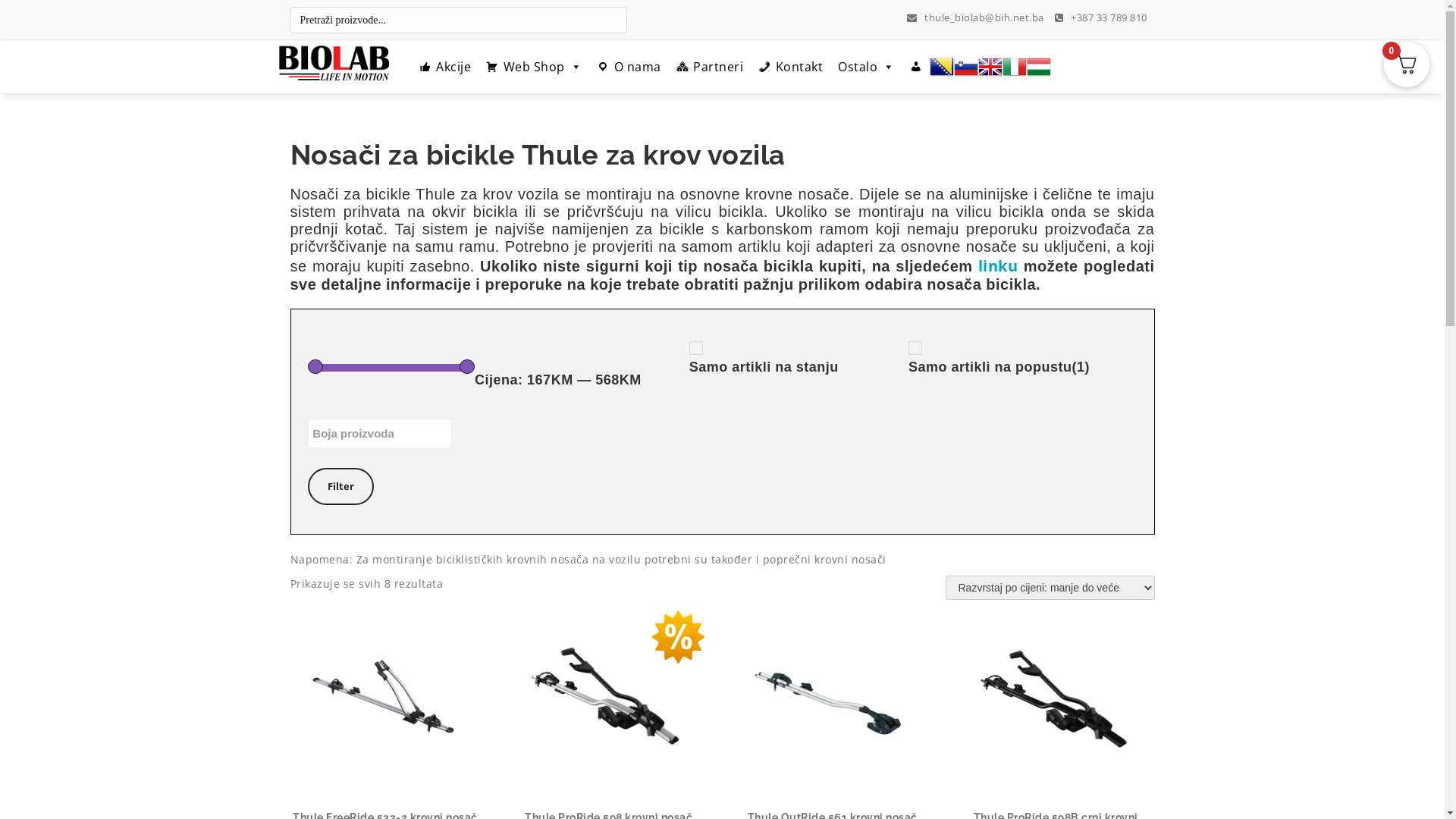  Describe the element at coordinates (866, 66) in the screenshot. I see `'Ostalo'` at that location.